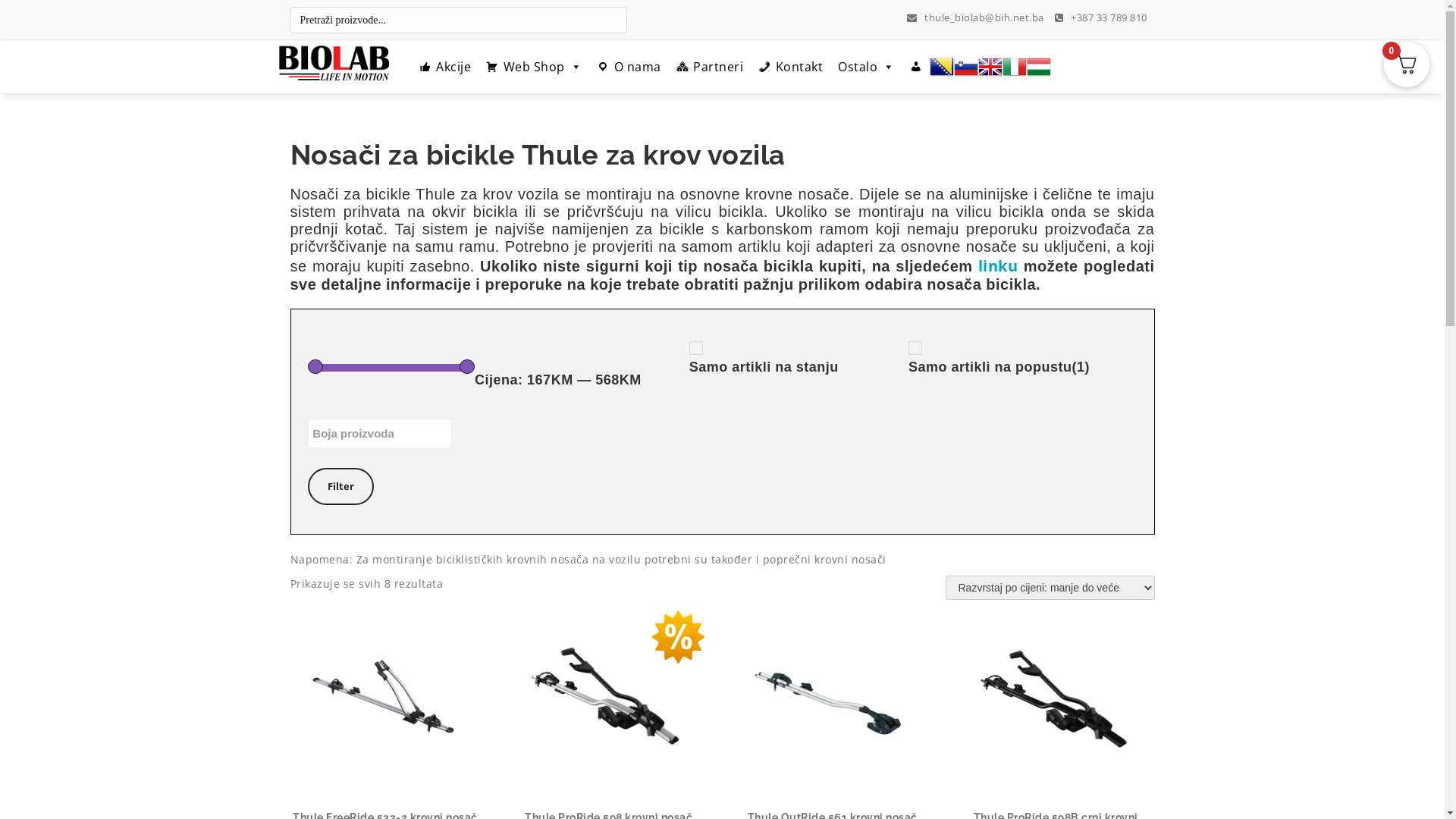  Describe the element at coordinates (866, 66) in the screenshot. I see `'Ostalo'` at that location.